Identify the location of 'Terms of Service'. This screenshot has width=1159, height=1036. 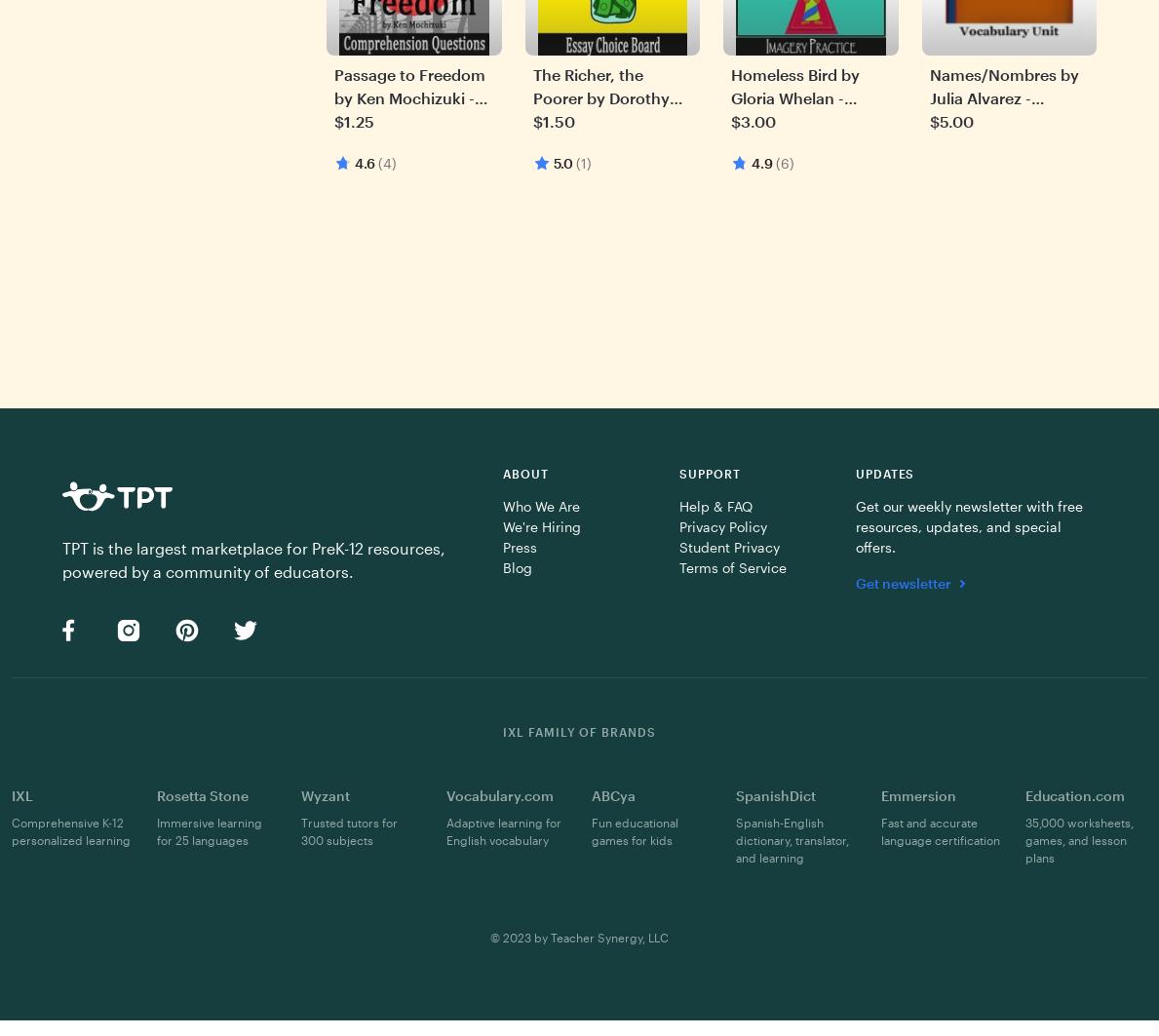
(730, 566).